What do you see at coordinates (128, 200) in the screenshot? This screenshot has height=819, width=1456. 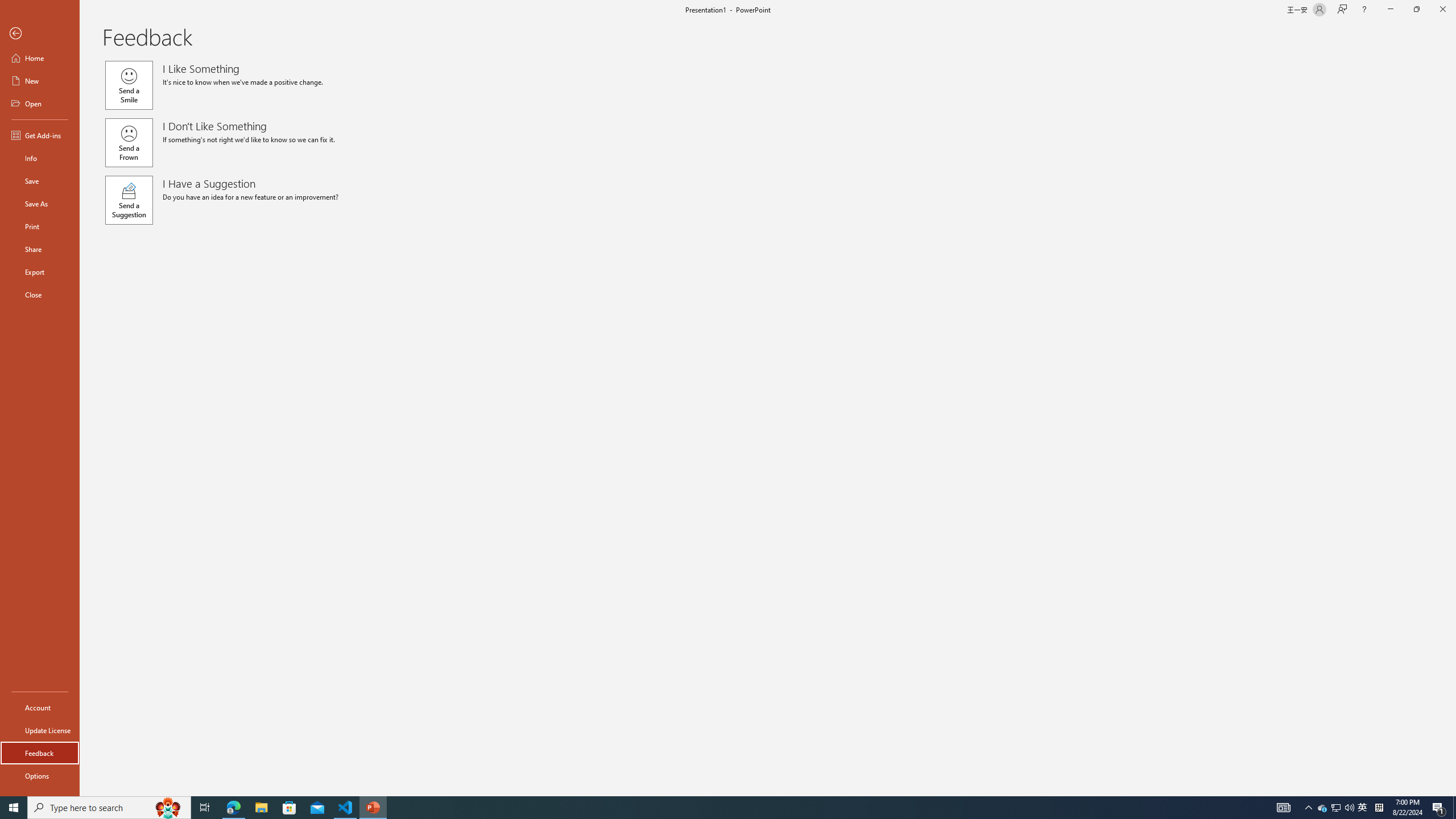 I see `'Send a Suggestion'` at bounding box center [128, 200].